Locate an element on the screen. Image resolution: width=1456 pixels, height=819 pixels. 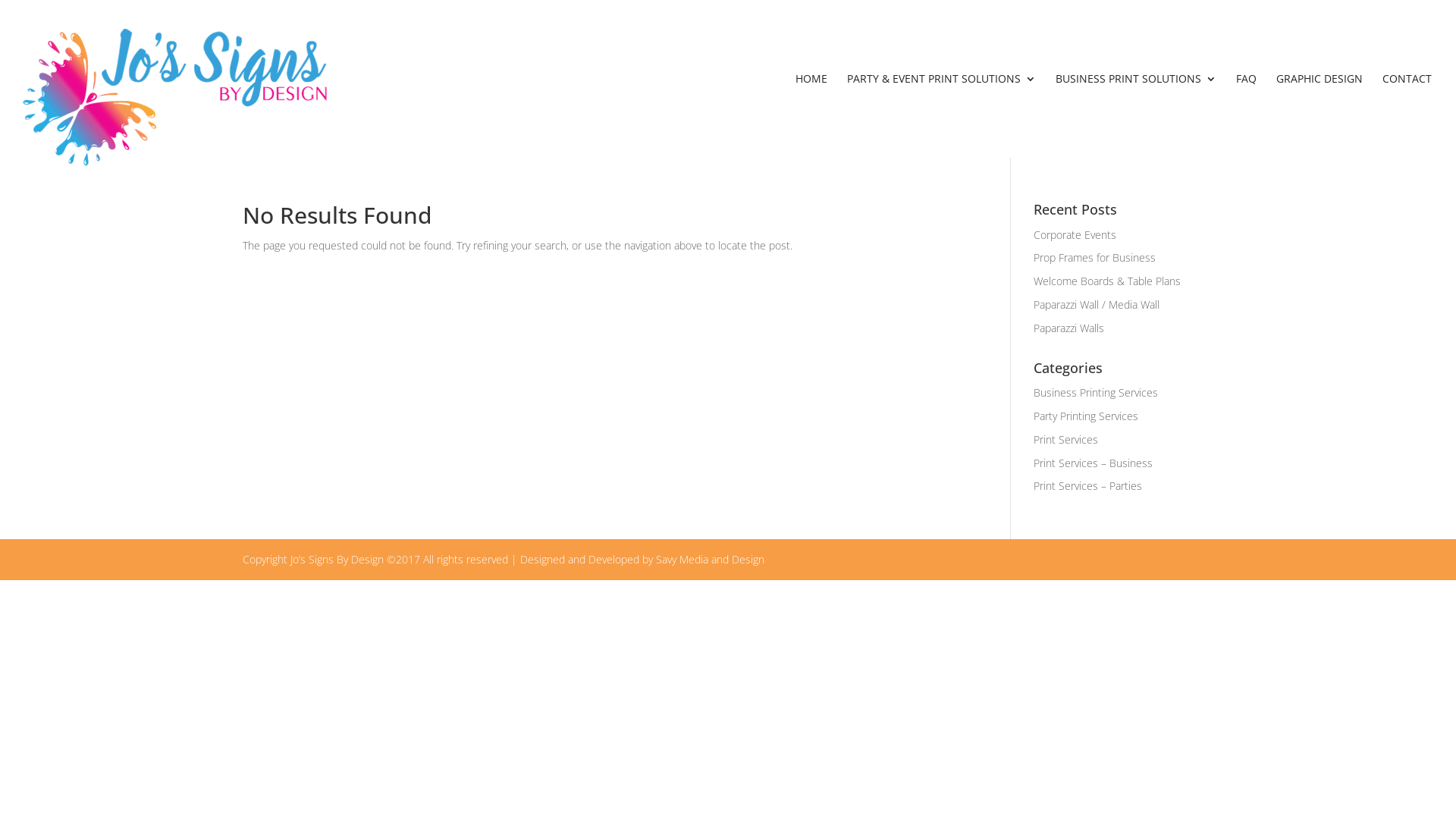
'Paparazzi Wall / Media Wall' is located at coordinates (1096, 304).